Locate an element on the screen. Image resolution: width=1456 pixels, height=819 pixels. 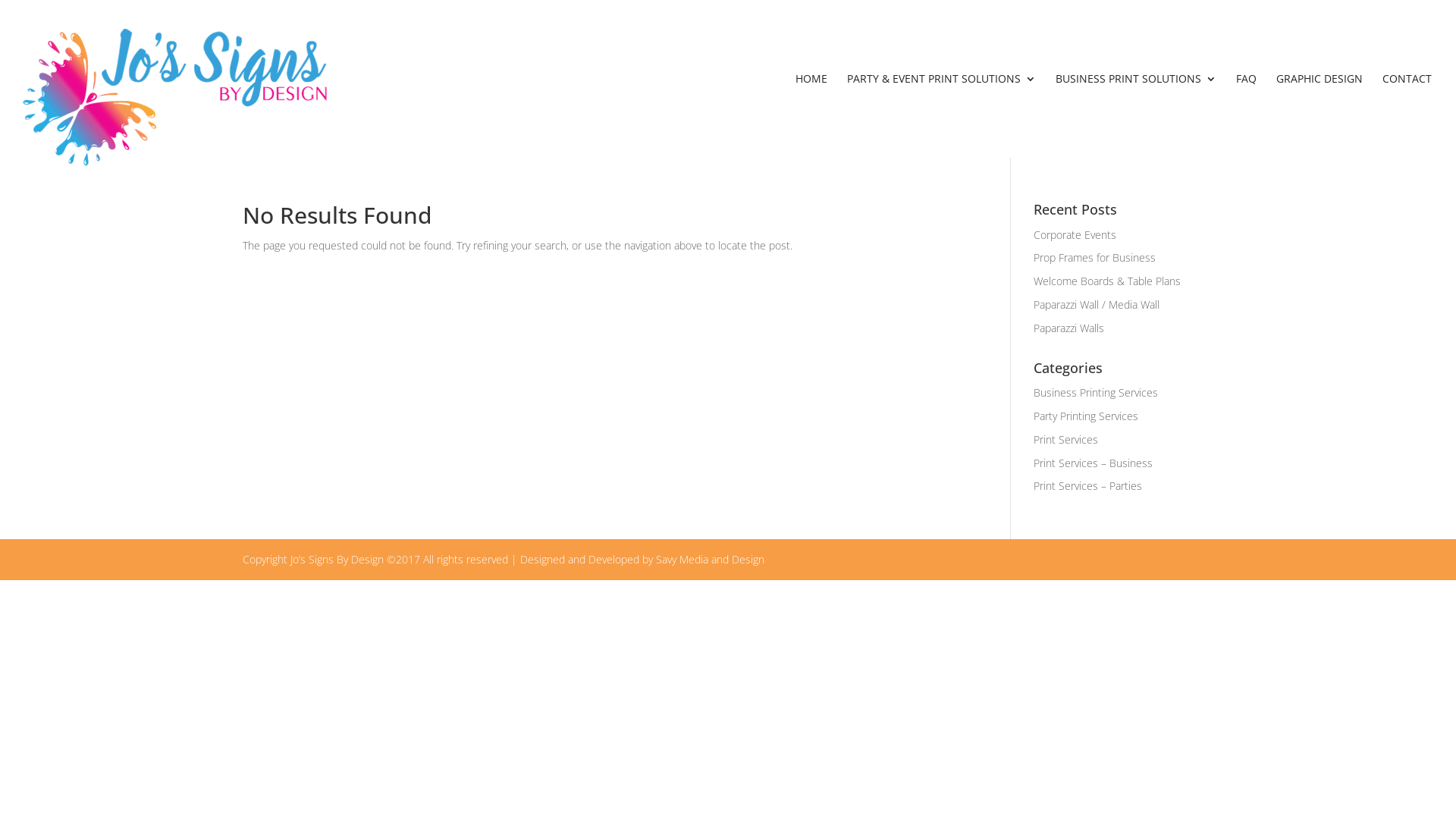
'Paparazzi Wall / Media Wall' is located at coordinates (1096, 304).